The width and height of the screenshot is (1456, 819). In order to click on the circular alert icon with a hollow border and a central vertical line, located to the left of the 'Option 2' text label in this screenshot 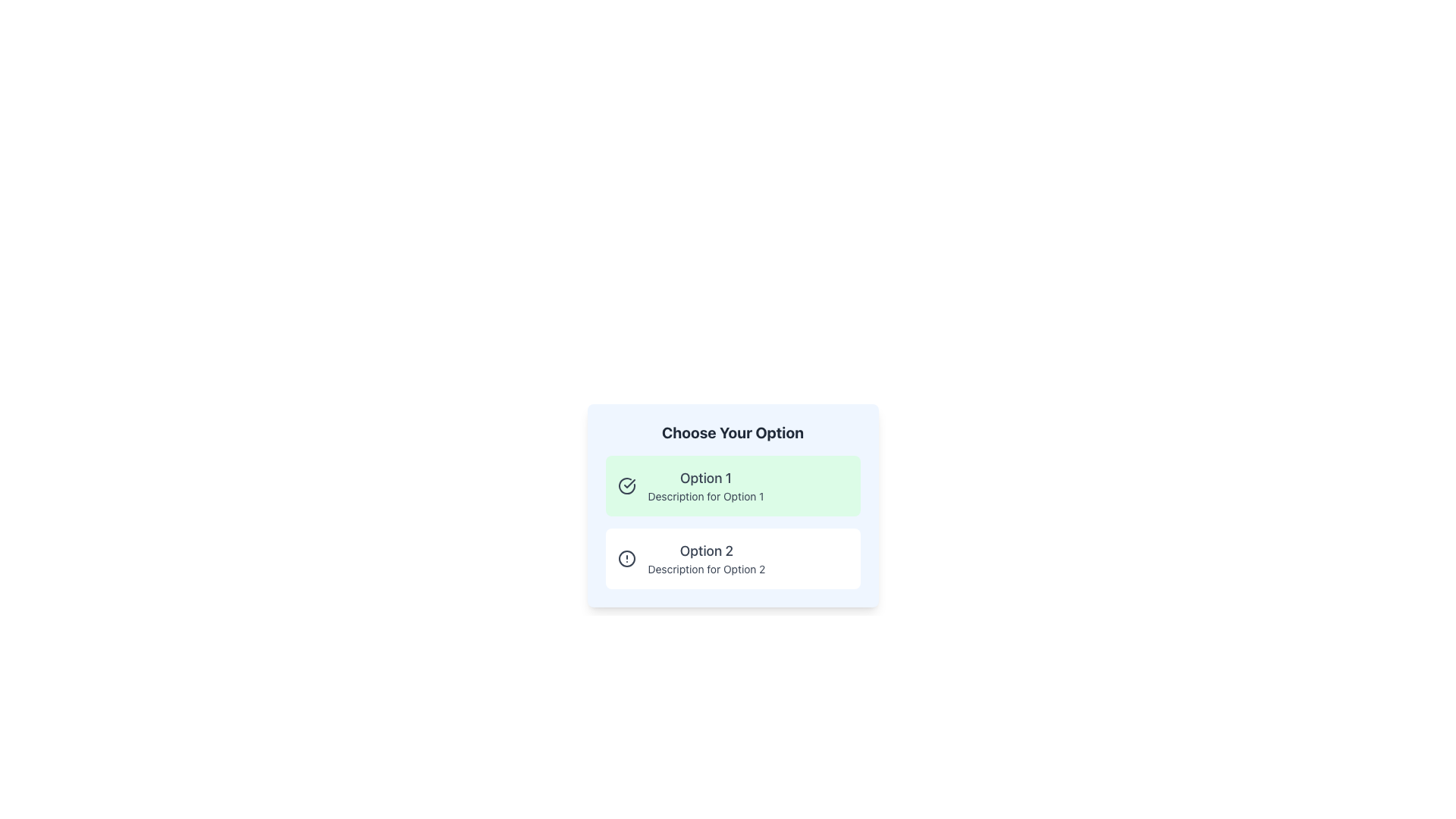, I will do `click(626, 558)`.